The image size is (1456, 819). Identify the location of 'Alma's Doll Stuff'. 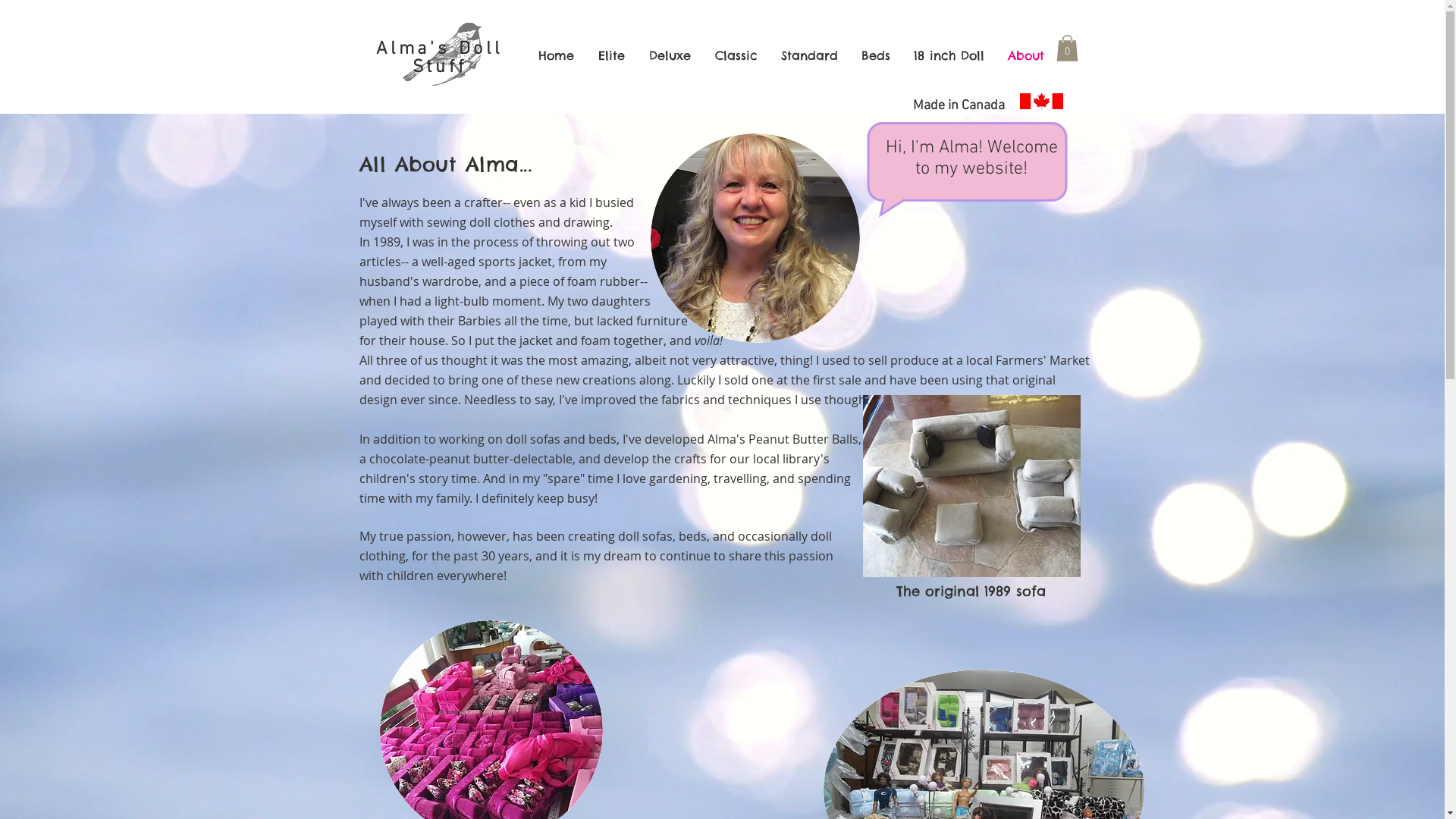
(438, 58).